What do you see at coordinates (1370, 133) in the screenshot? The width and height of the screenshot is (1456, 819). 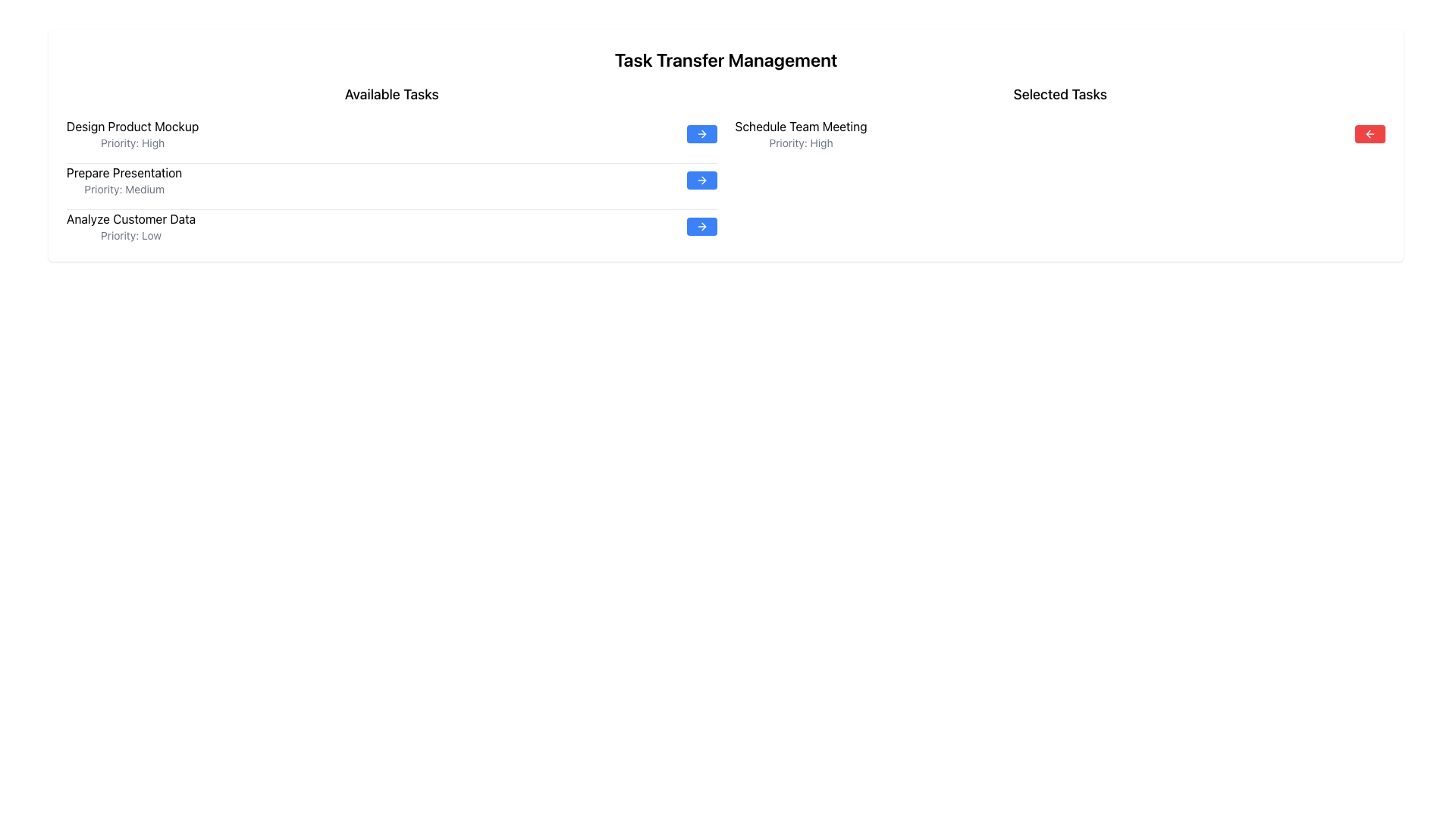 I see `the button located to the right of the label 'Schedule Team Meeting, Priority: High' in the 'Selected Tasks' section to transfer the task back to the 'Available Tasks' list` at bounding box center [1370, 133].